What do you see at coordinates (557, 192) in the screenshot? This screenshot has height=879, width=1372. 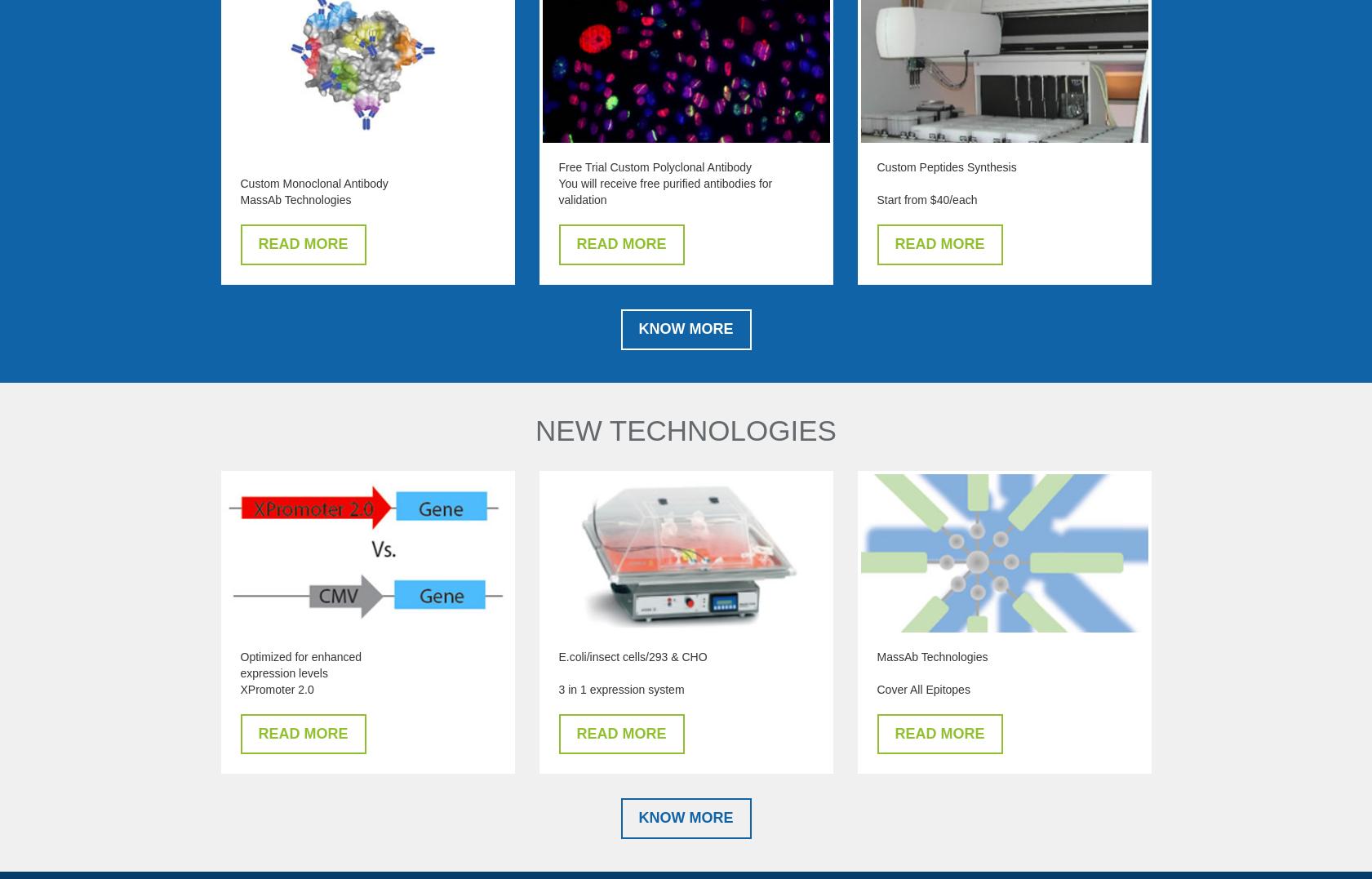 I see `'You will receive free purified antibodies for validation'` at bounding box center [557, 192].